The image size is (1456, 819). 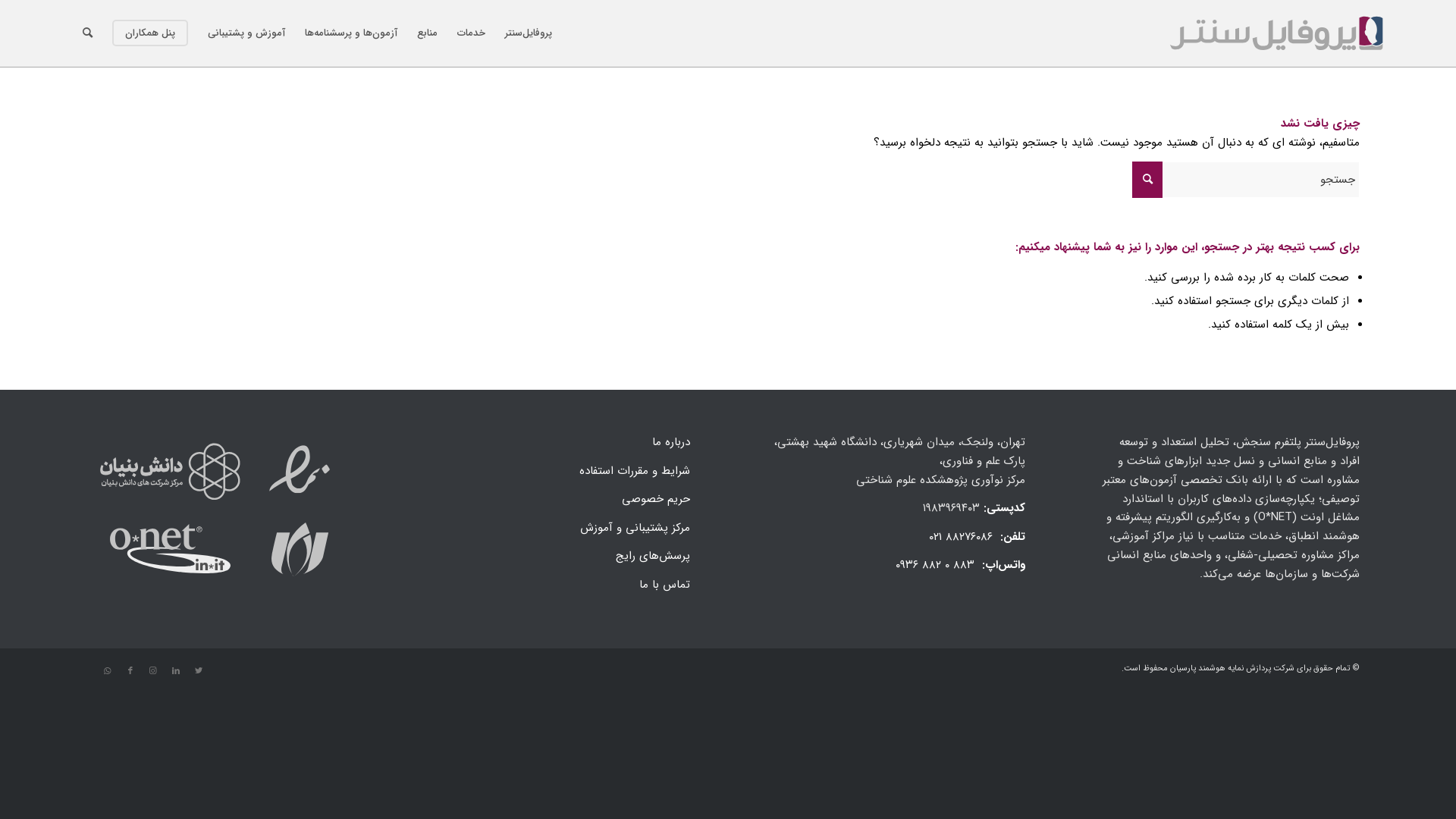 What do you see at coordinates (152, 670) in the screenshot?
I see `'Instagram'` at bounding box center [152, 670].